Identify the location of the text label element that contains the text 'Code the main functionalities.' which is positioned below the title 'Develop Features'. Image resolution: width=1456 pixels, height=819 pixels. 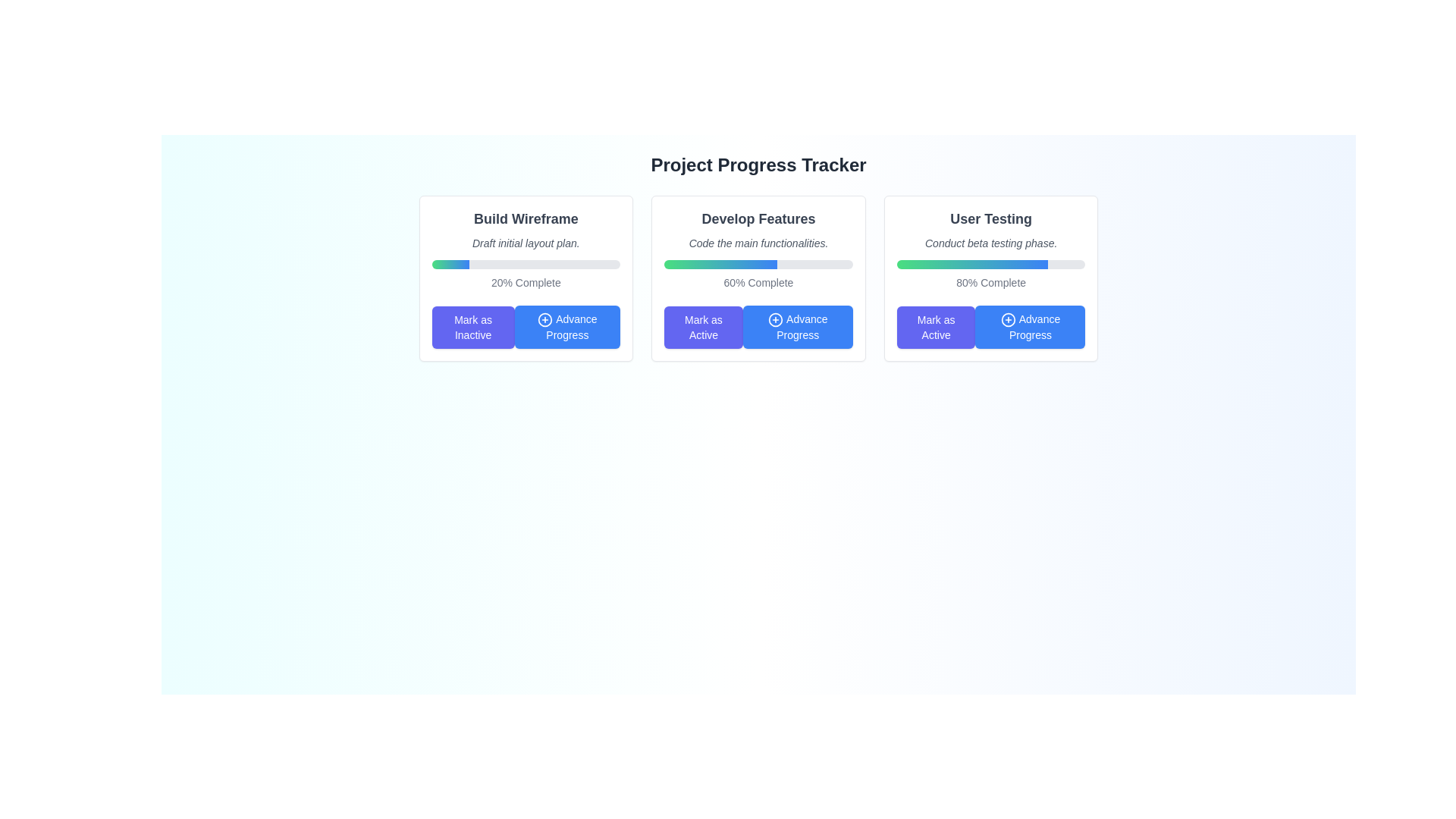
(758, 242).